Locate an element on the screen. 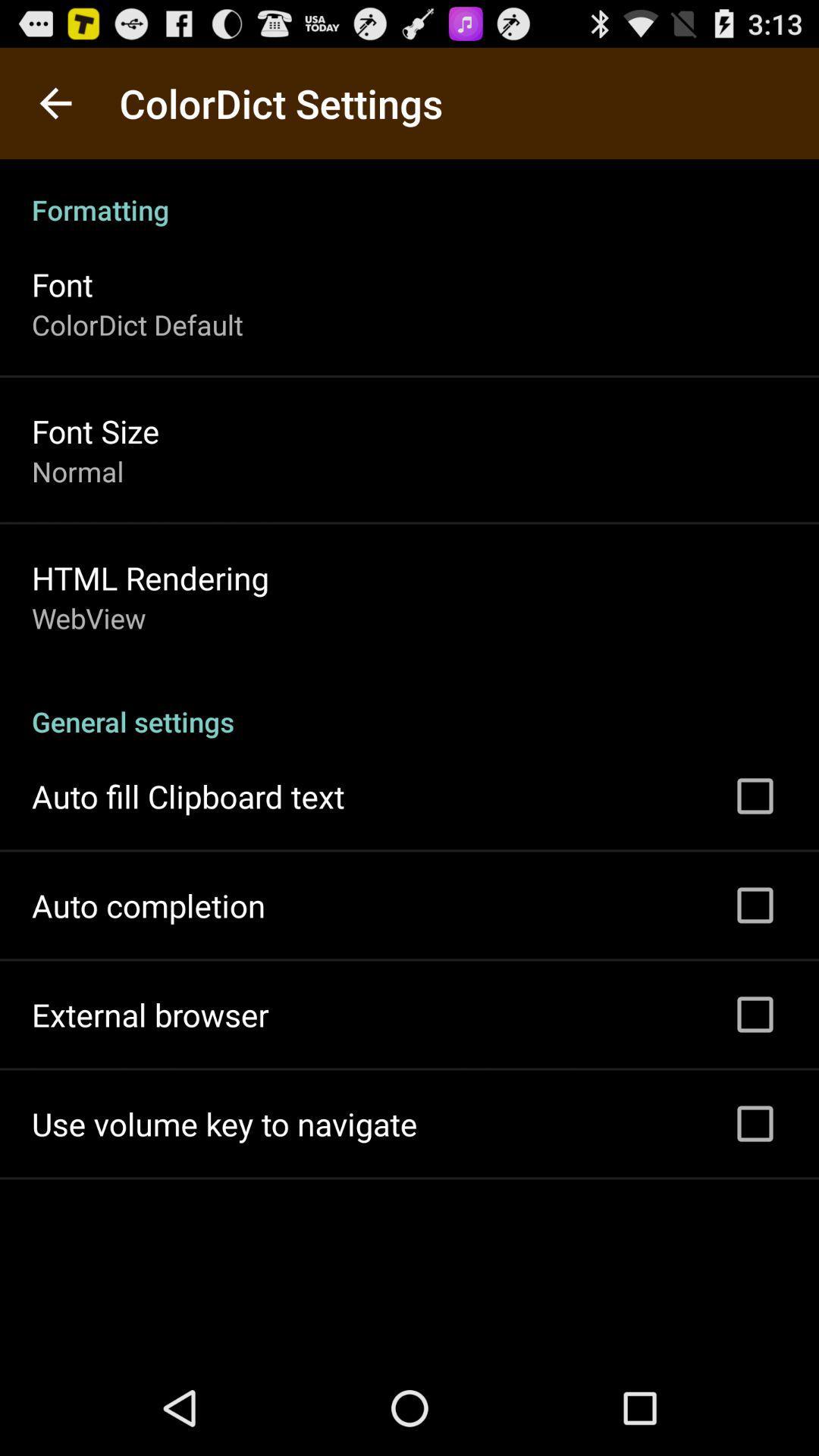 The height and width of the screenshot is (1456, 819). general settings item is located at coordinates (409, 704).